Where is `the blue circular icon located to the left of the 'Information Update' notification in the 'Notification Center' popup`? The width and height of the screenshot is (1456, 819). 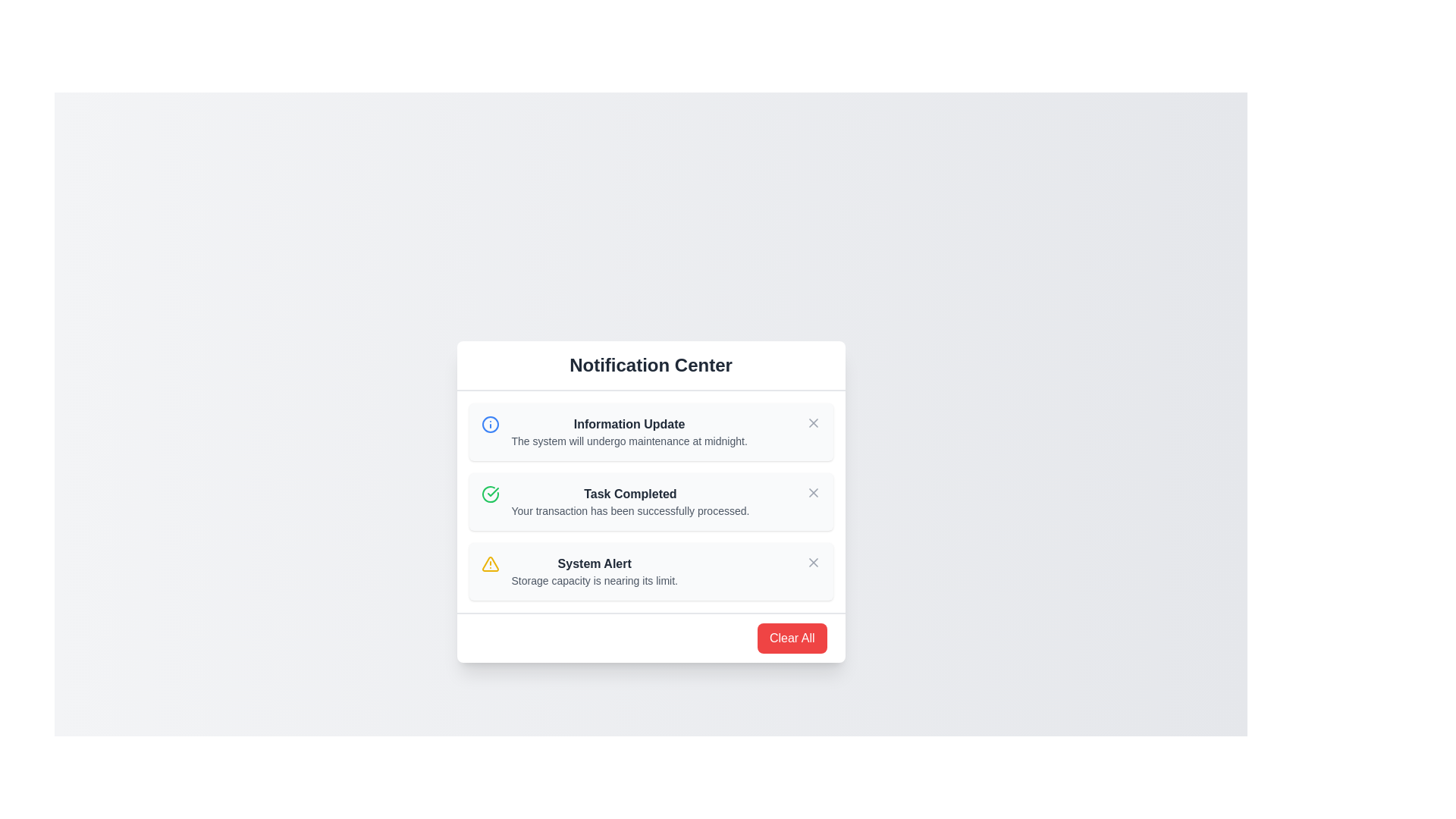 the blue circular icon located to the left of the 'Information Update' notification in the 'Notification Center' popup is located at coordinates (490, 424).